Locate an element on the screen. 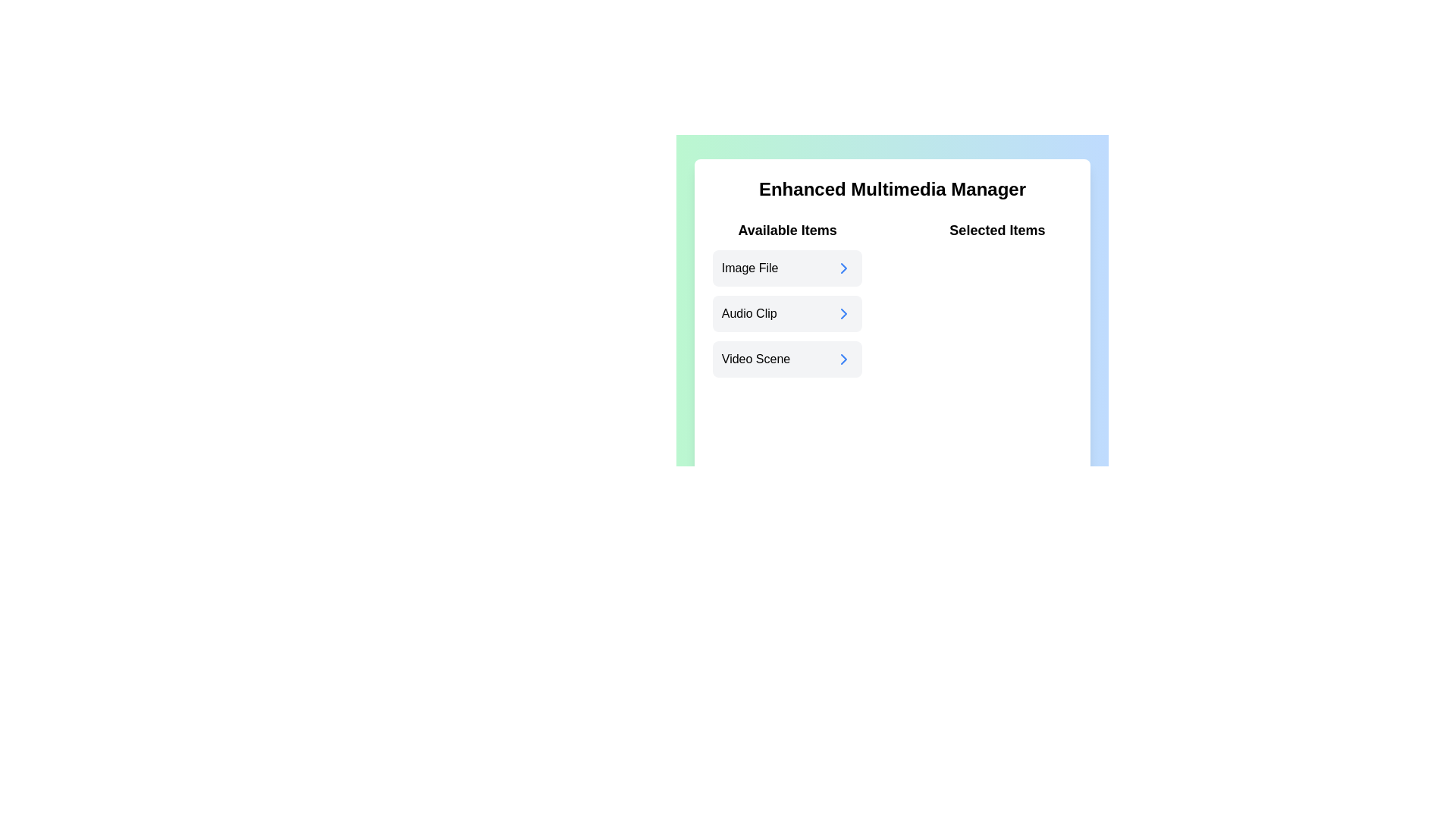 The image size is (1456, 819). the text component displaying 'Enhanced Multimedia Manager' is located at coordinates (892, 189).